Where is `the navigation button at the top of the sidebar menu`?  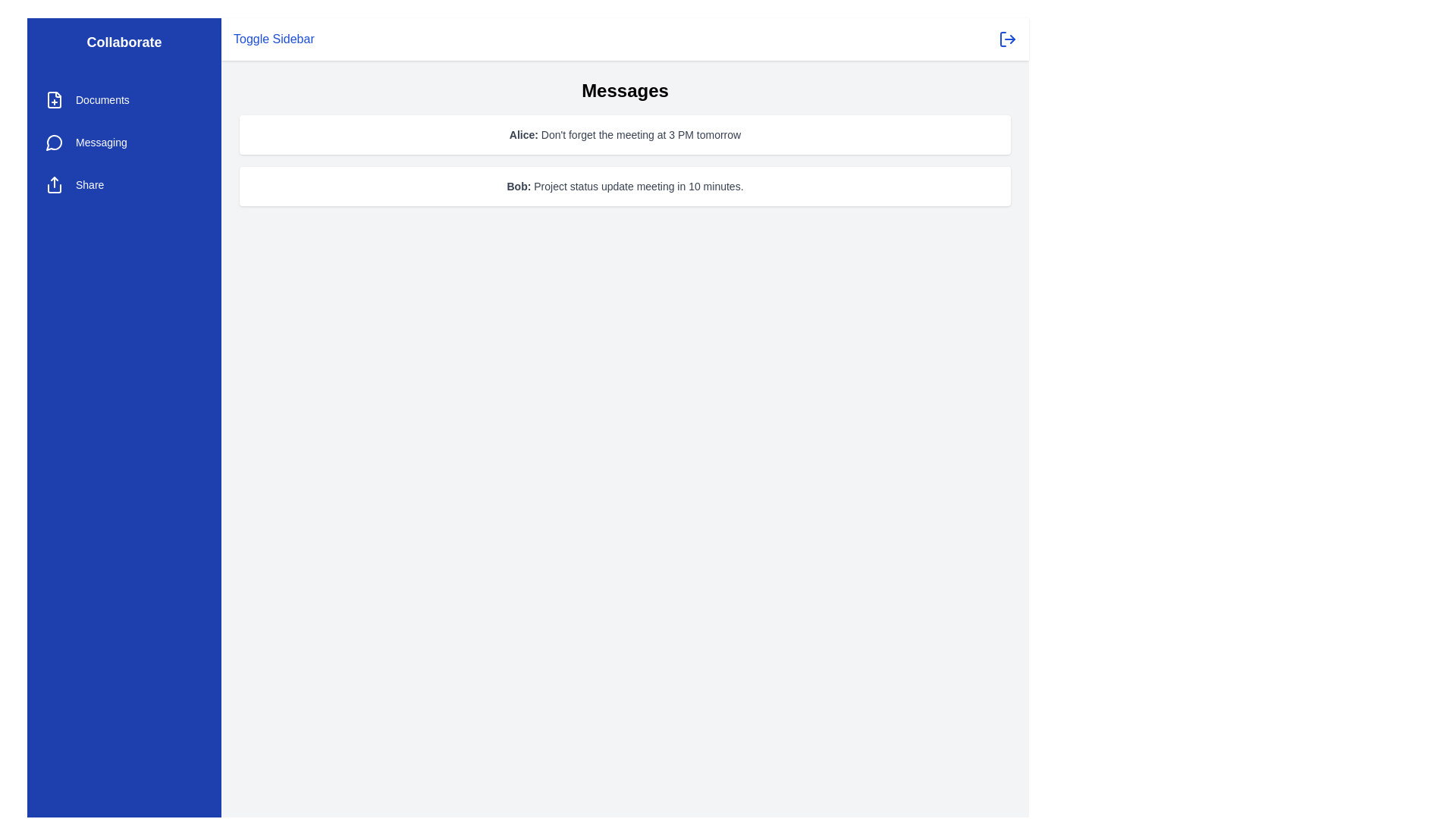 the navigation button at the top of the sidebar menu is located at coordinates (124, 99).